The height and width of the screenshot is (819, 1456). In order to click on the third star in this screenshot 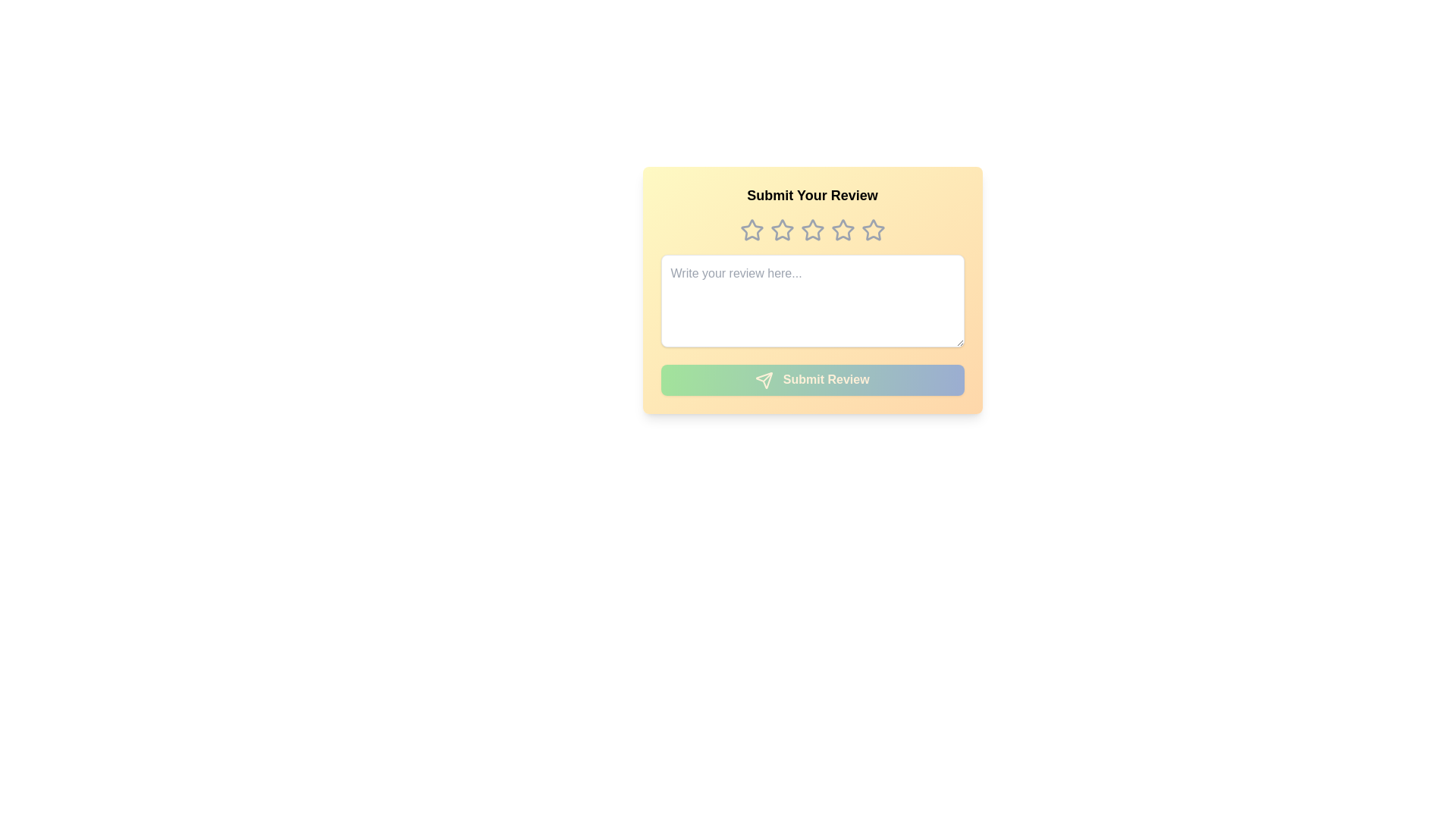, I will do `click(811, 230)`.